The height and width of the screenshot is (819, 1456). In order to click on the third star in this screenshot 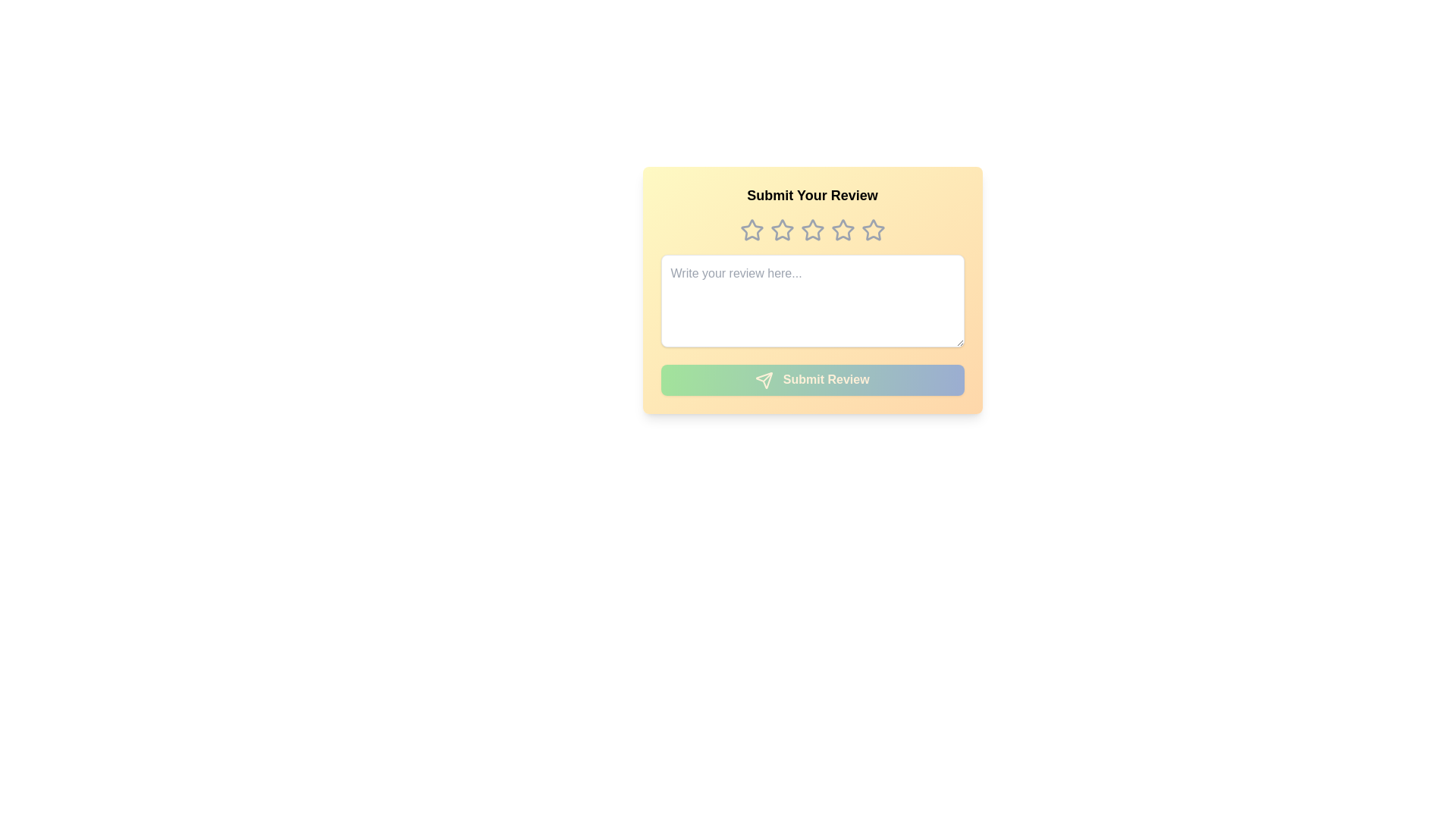, I will do `click(811, 230)`.